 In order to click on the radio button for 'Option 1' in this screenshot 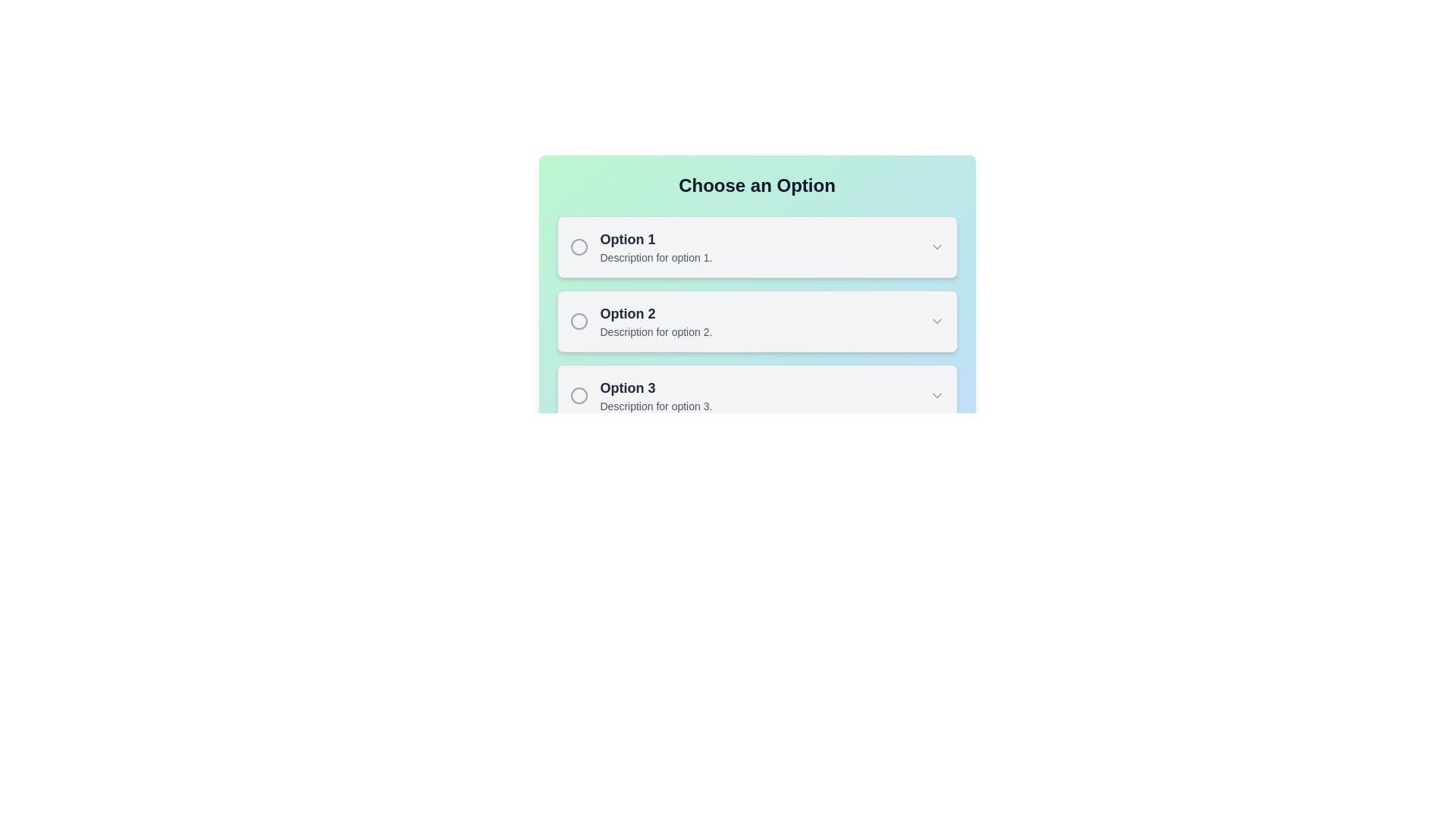, I will do `click(578, 246)`.